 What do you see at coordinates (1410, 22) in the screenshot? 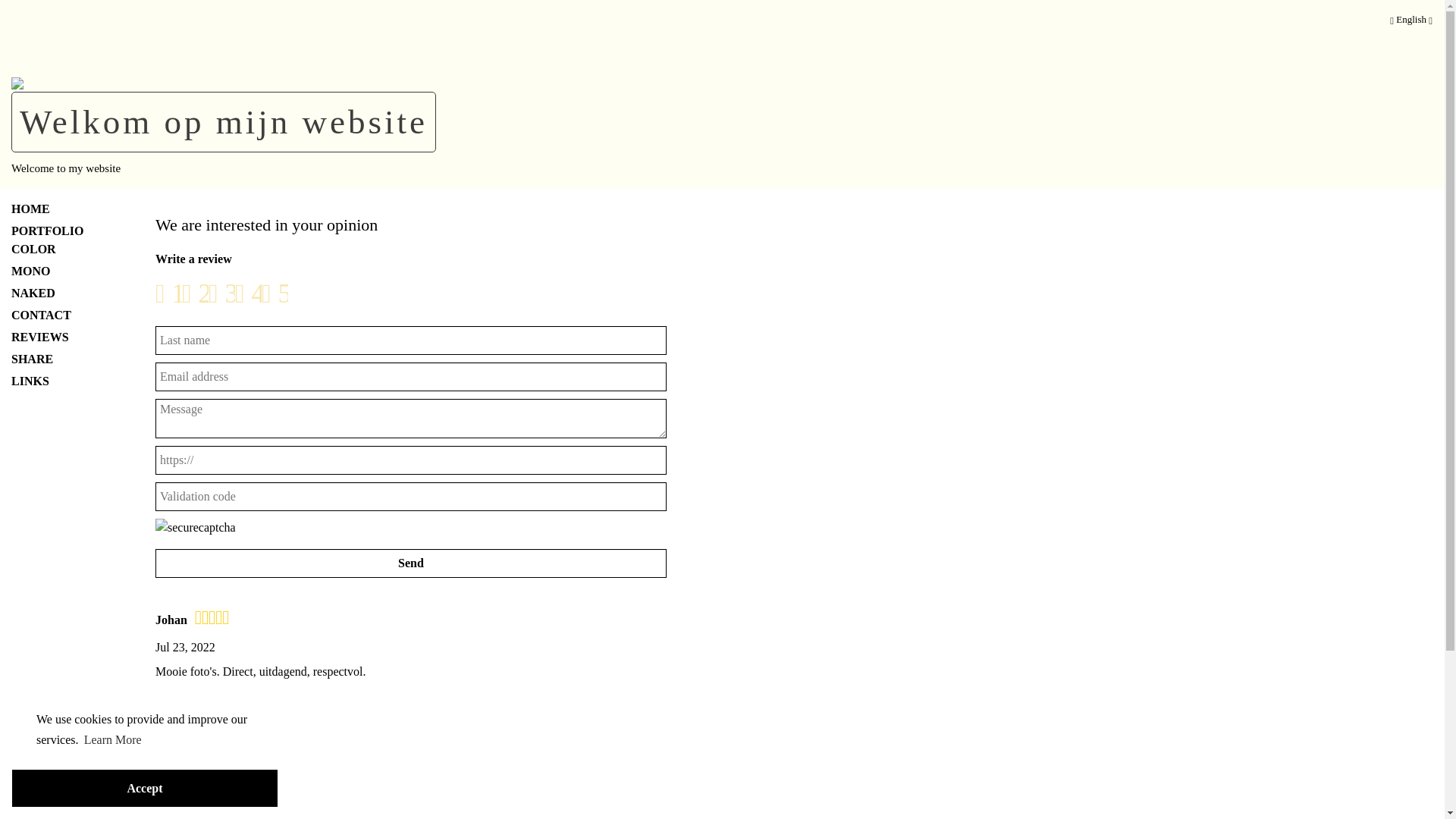
I see `'English'` at bounding box center [1410, 22].